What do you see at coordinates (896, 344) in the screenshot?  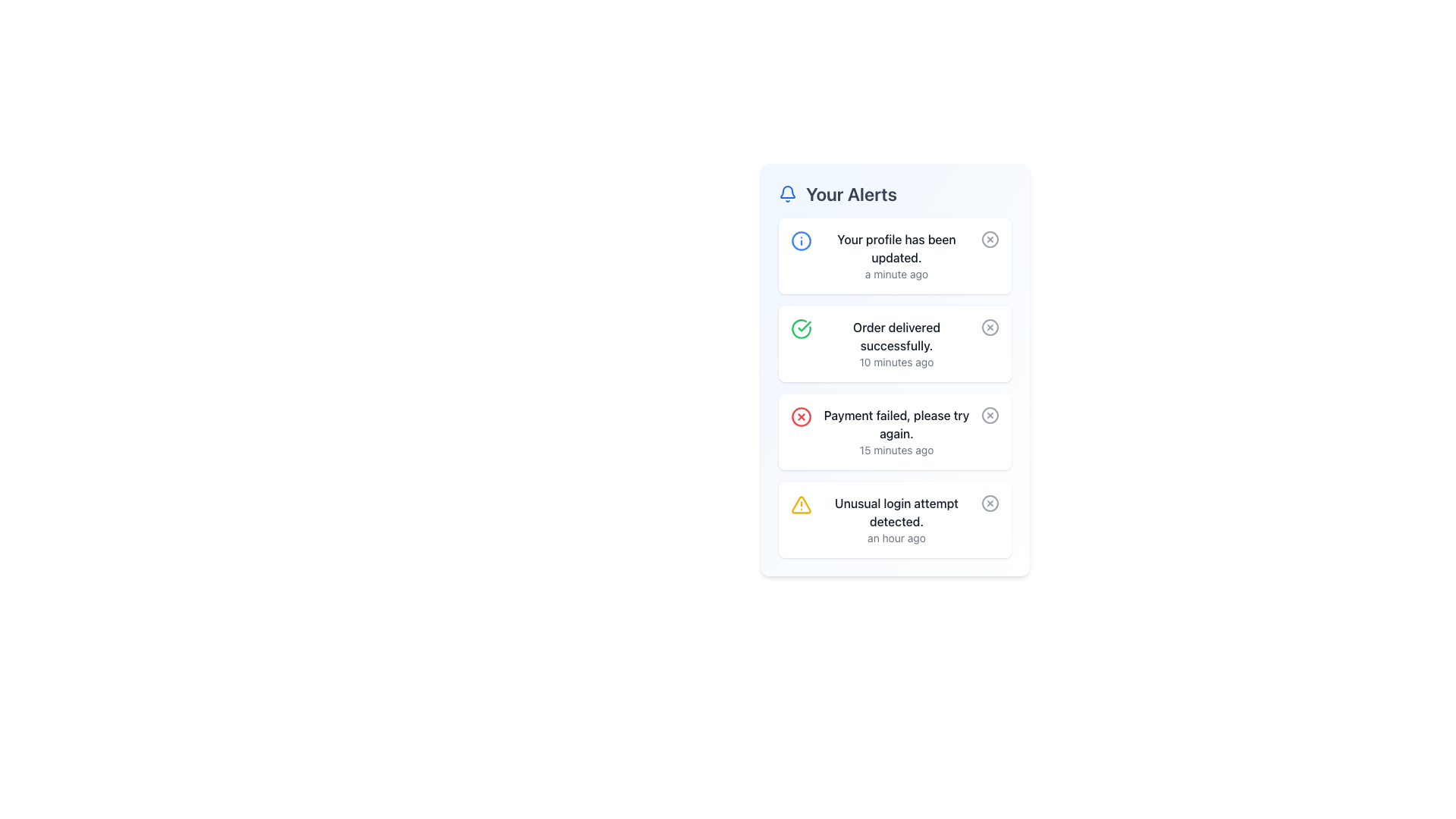 I see `notification detail from the Text Block that indicates the successful delivery of an order, located in the second row of the alert list in the central card` at bounding box center [896, 344].